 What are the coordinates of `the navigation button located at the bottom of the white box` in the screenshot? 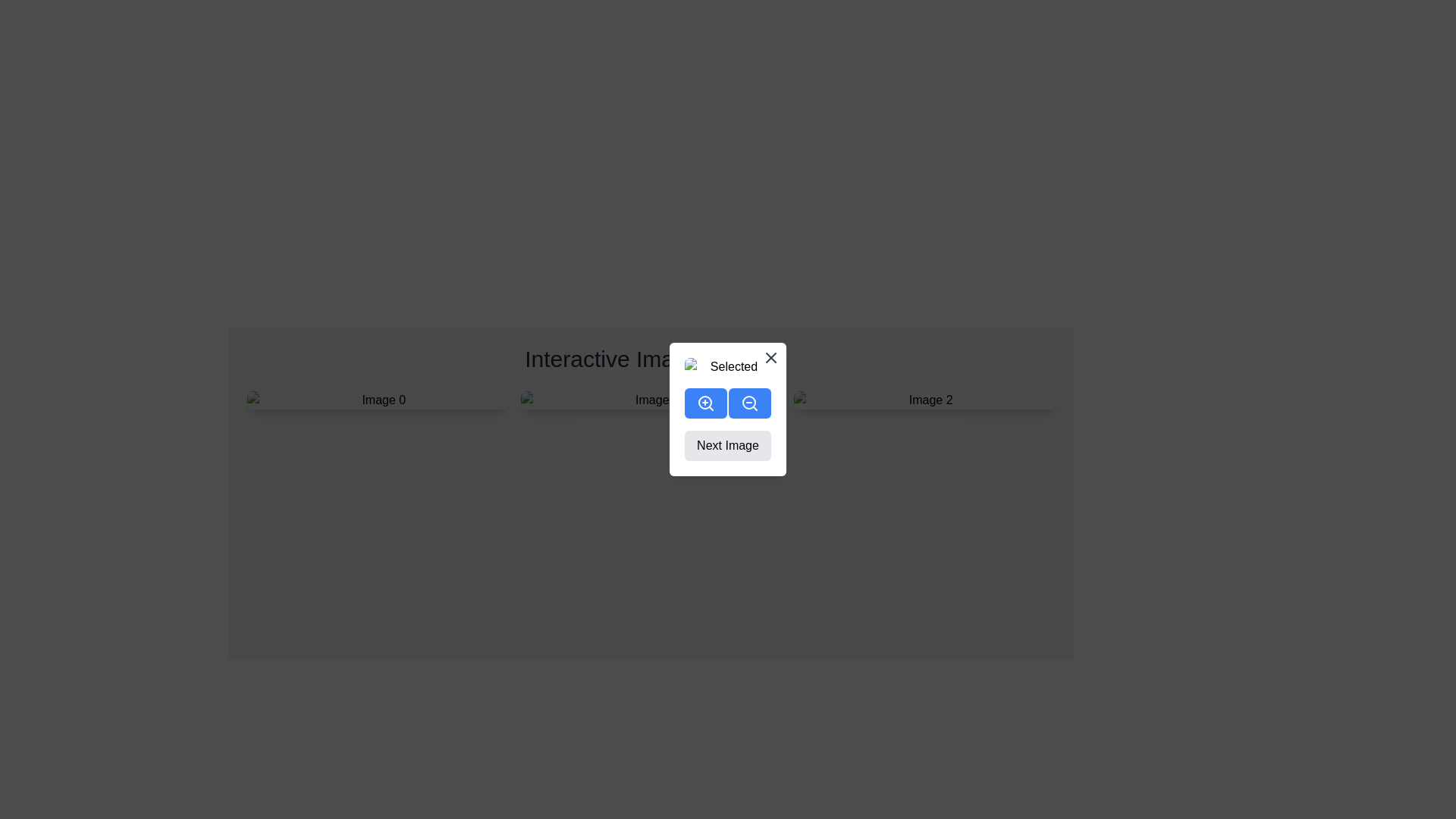 It's located at (728, 409).